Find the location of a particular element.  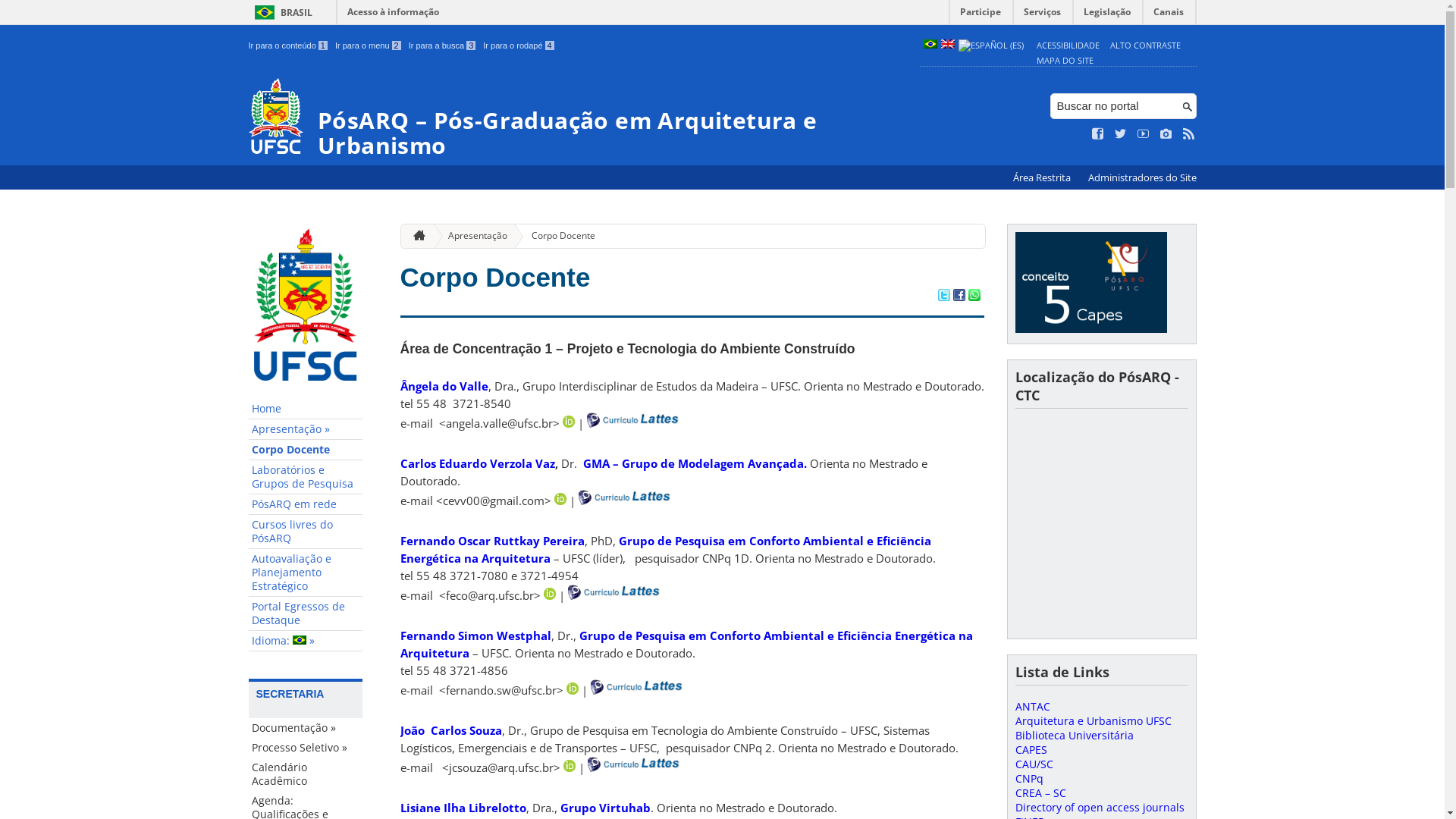

'BRASIL' is located at coordinates (281, 12).